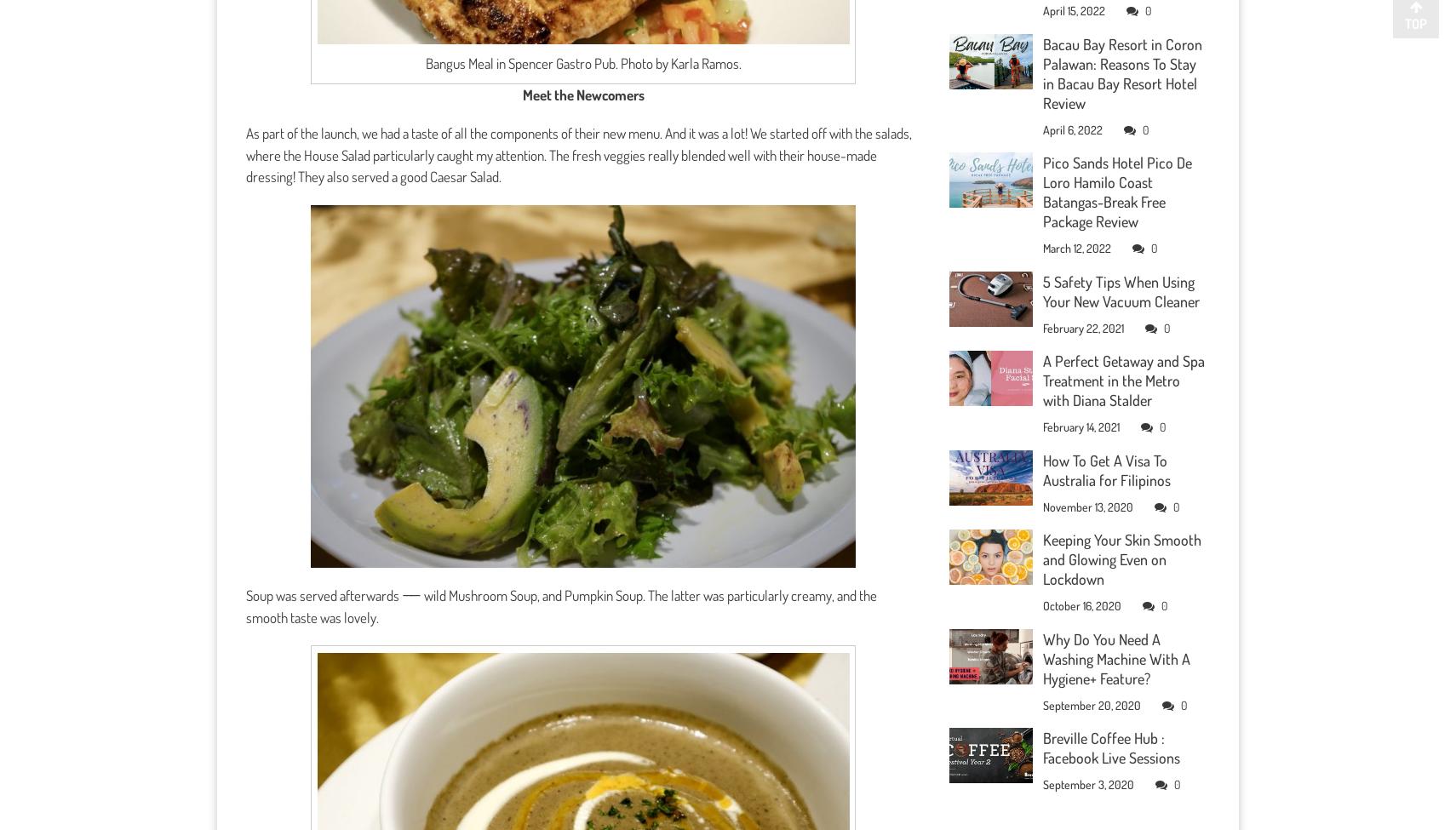  Describe the element at coordinates (1076, 248) in the screenshot. I see `'March 12, 2022'` at that location.